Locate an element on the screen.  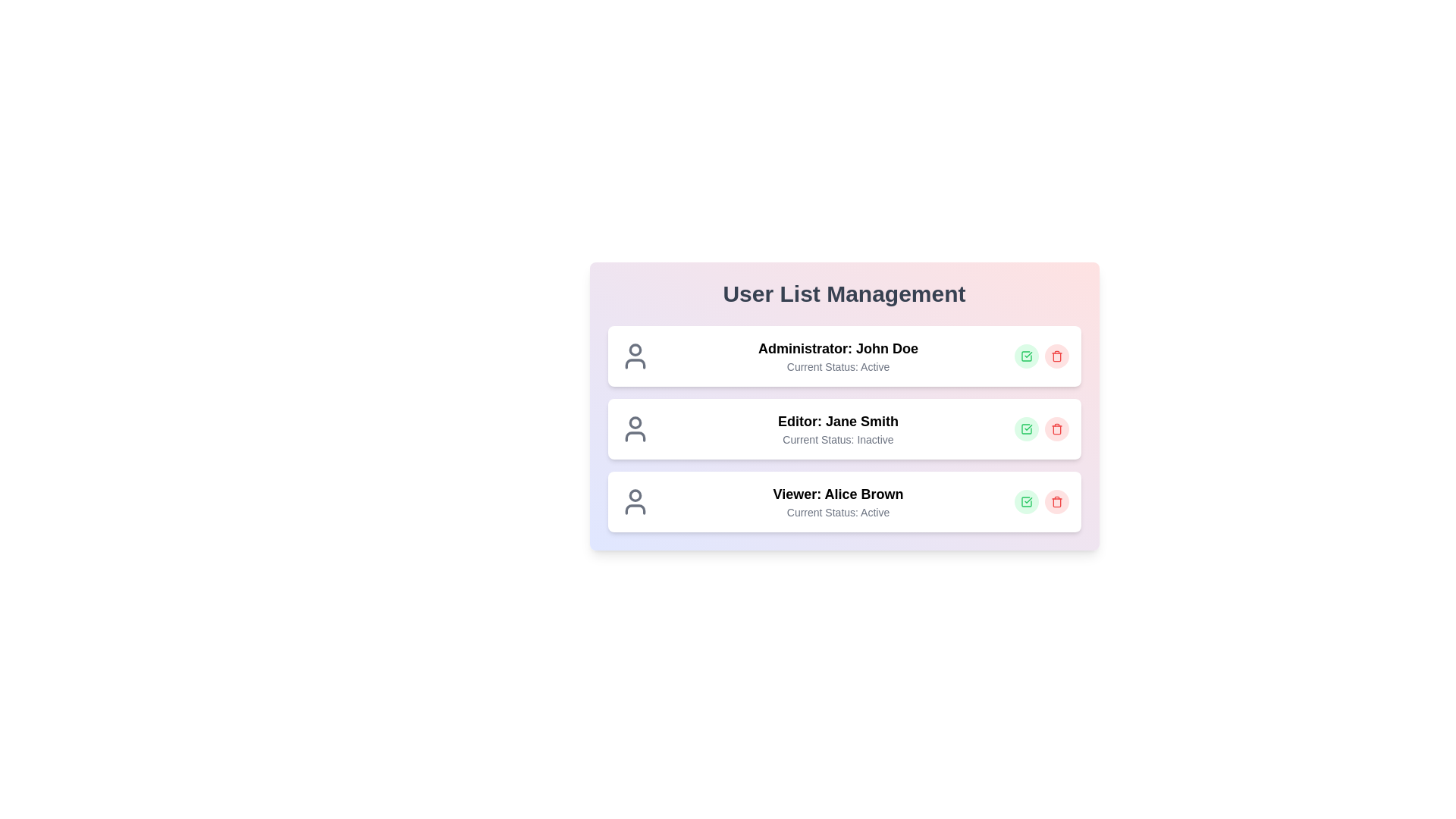
the text label displaying the current status ('Inactive') of the editor 'Jane Smith', located in the lower portion of the 'Editor: Jane Smith' section is located at coordinates (837, 439).